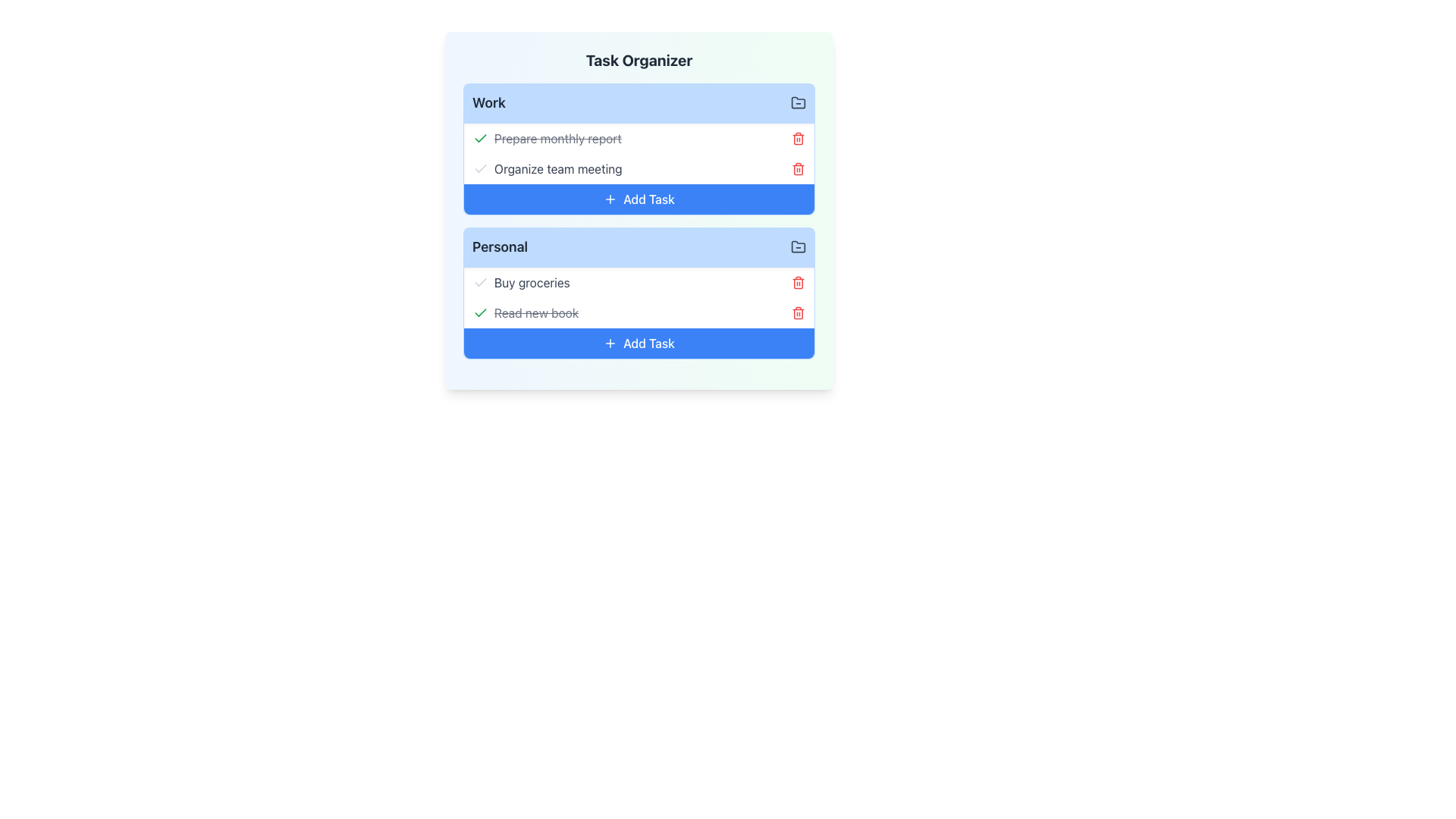  Describe the element at coordinates (479, 138) in the screenshot. I see `the completion icon for the 'Prepare monthly report' task located in the top-left corner adjacent to the associated text` at that location.